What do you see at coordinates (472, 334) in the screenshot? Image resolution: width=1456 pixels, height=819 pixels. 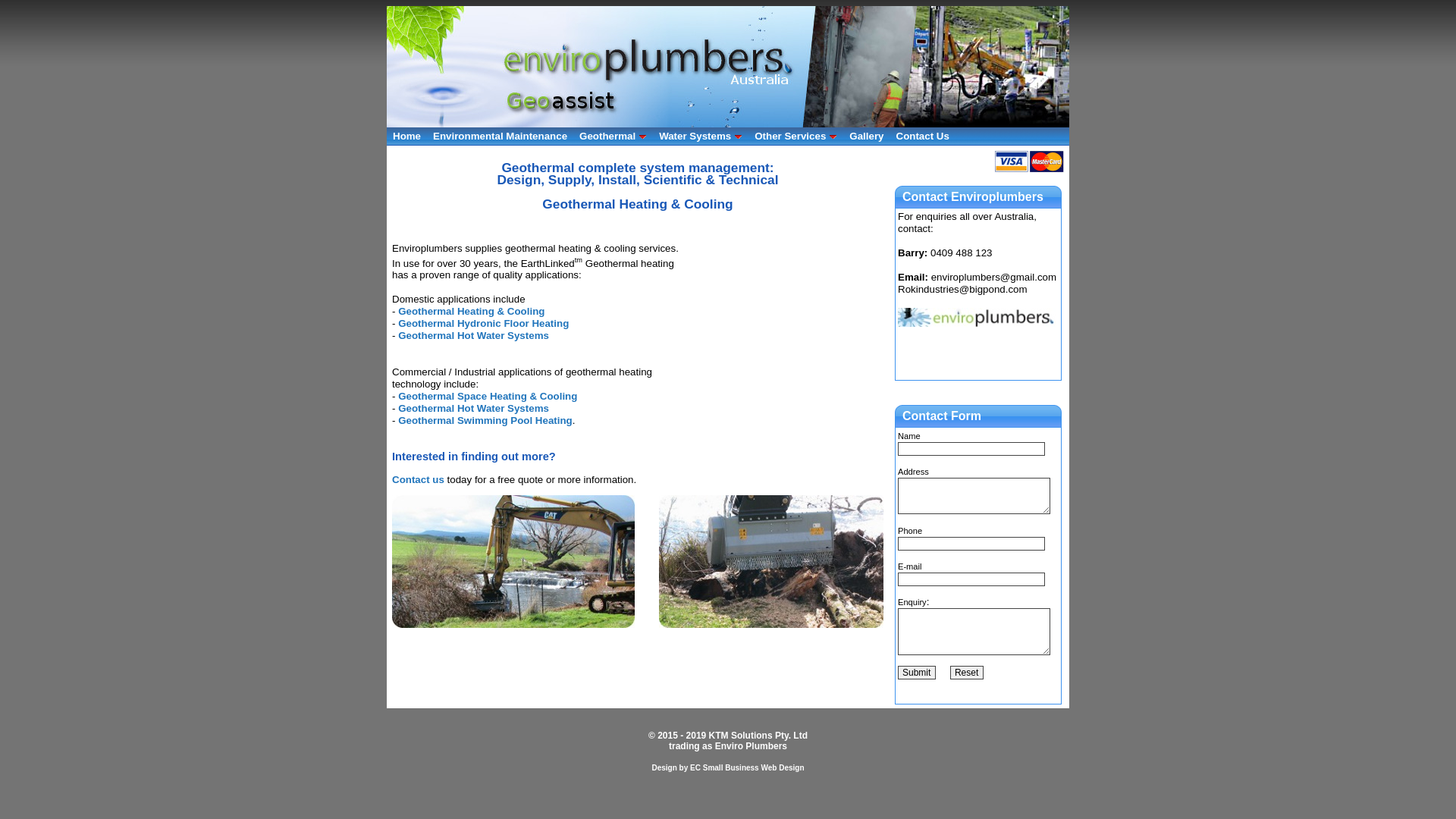 I see `'Geothermal Hot Water Systems'` at bounding box center [472, 334].